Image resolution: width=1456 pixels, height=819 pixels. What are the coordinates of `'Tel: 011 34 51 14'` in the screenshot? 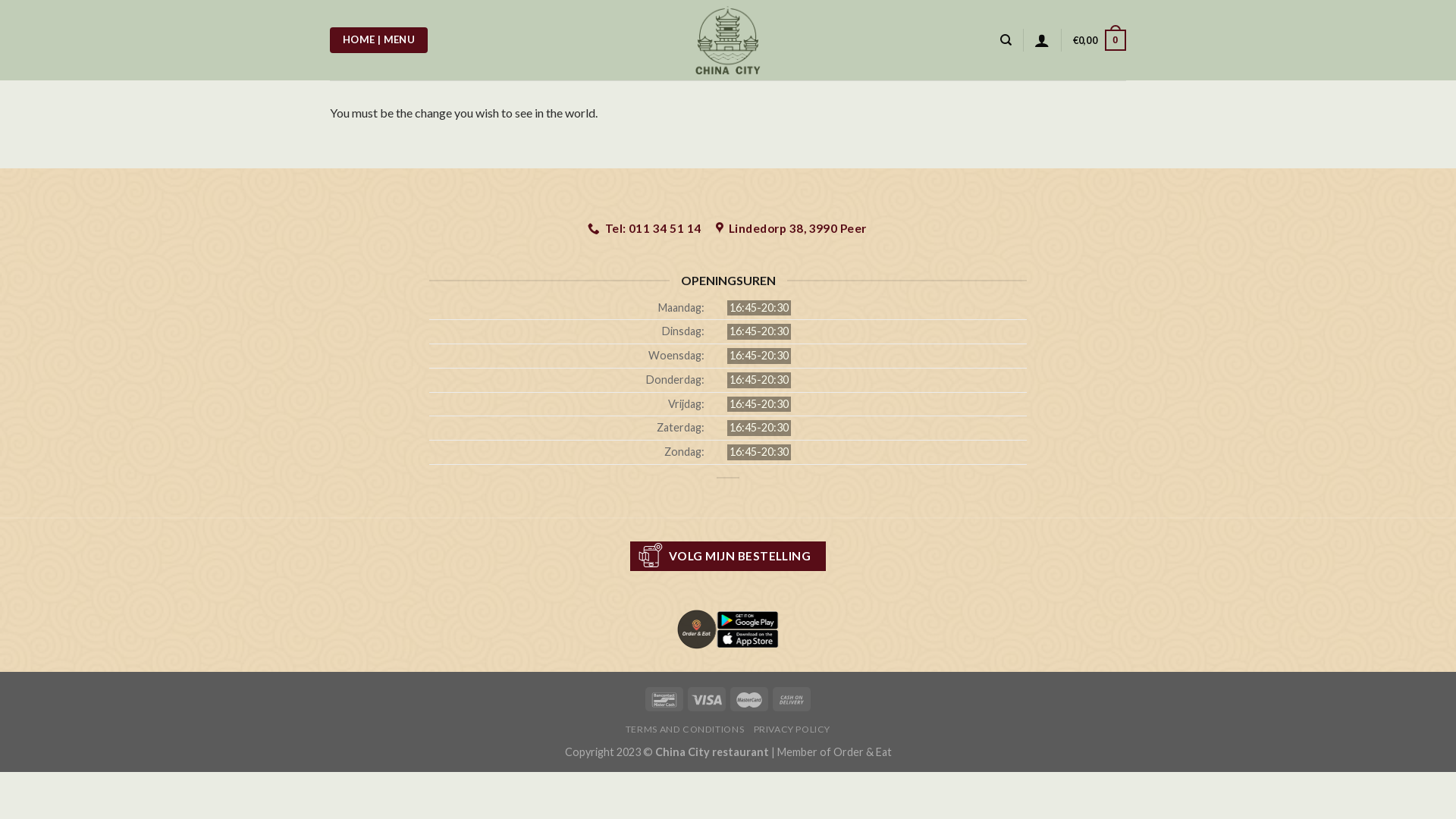 It's located at (645, 228).